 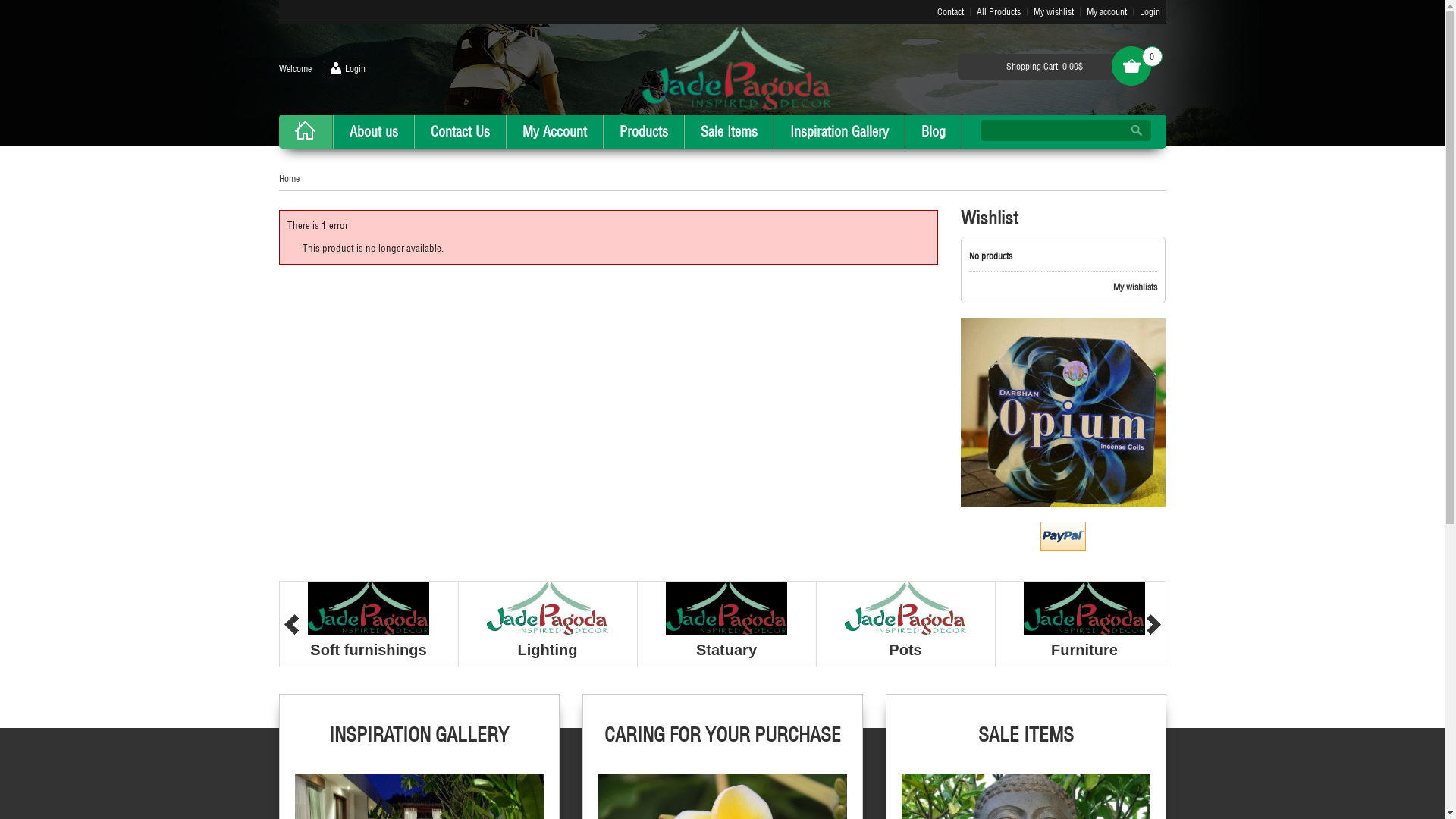 I want to click on 'Lighting', so click(x=547, y=648).